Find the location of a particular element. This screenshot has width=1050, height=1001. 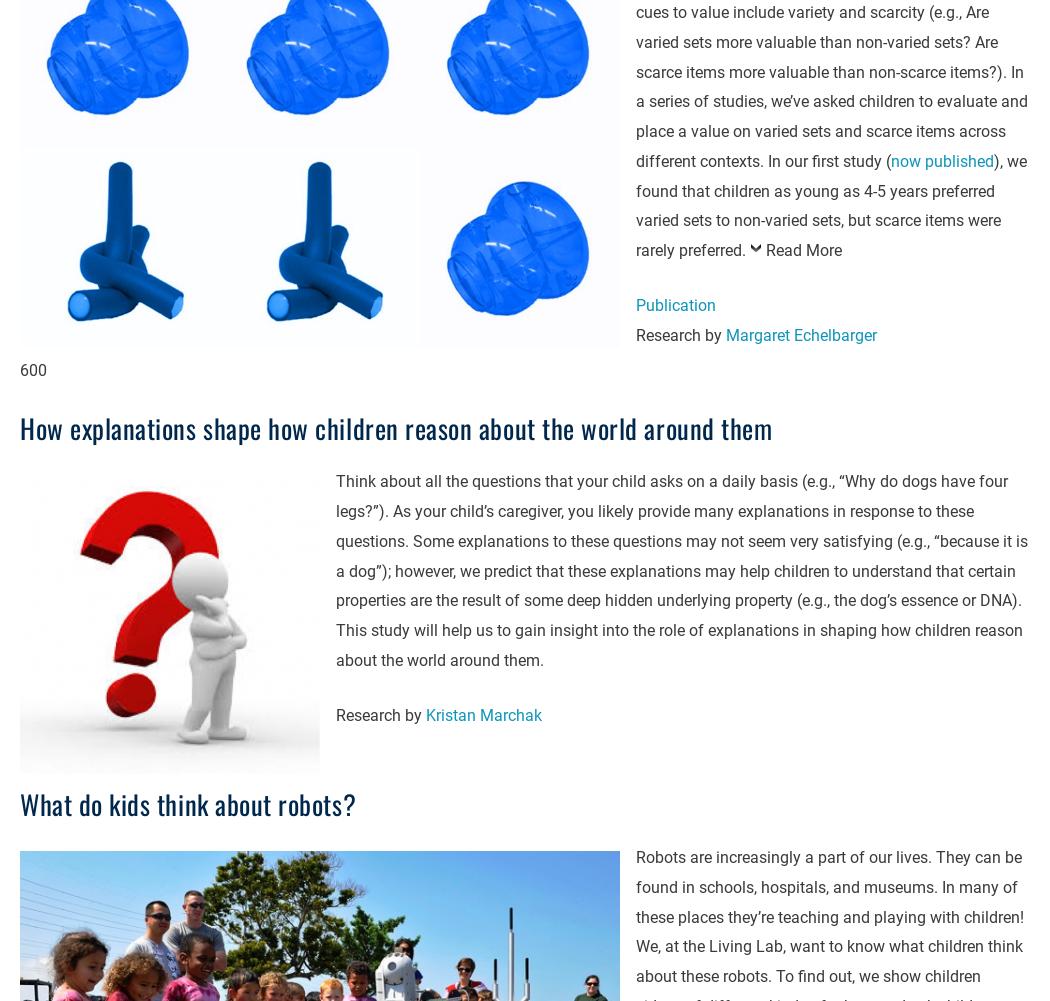

'What do kids think about robots?' is located at coordinates (187, 802).